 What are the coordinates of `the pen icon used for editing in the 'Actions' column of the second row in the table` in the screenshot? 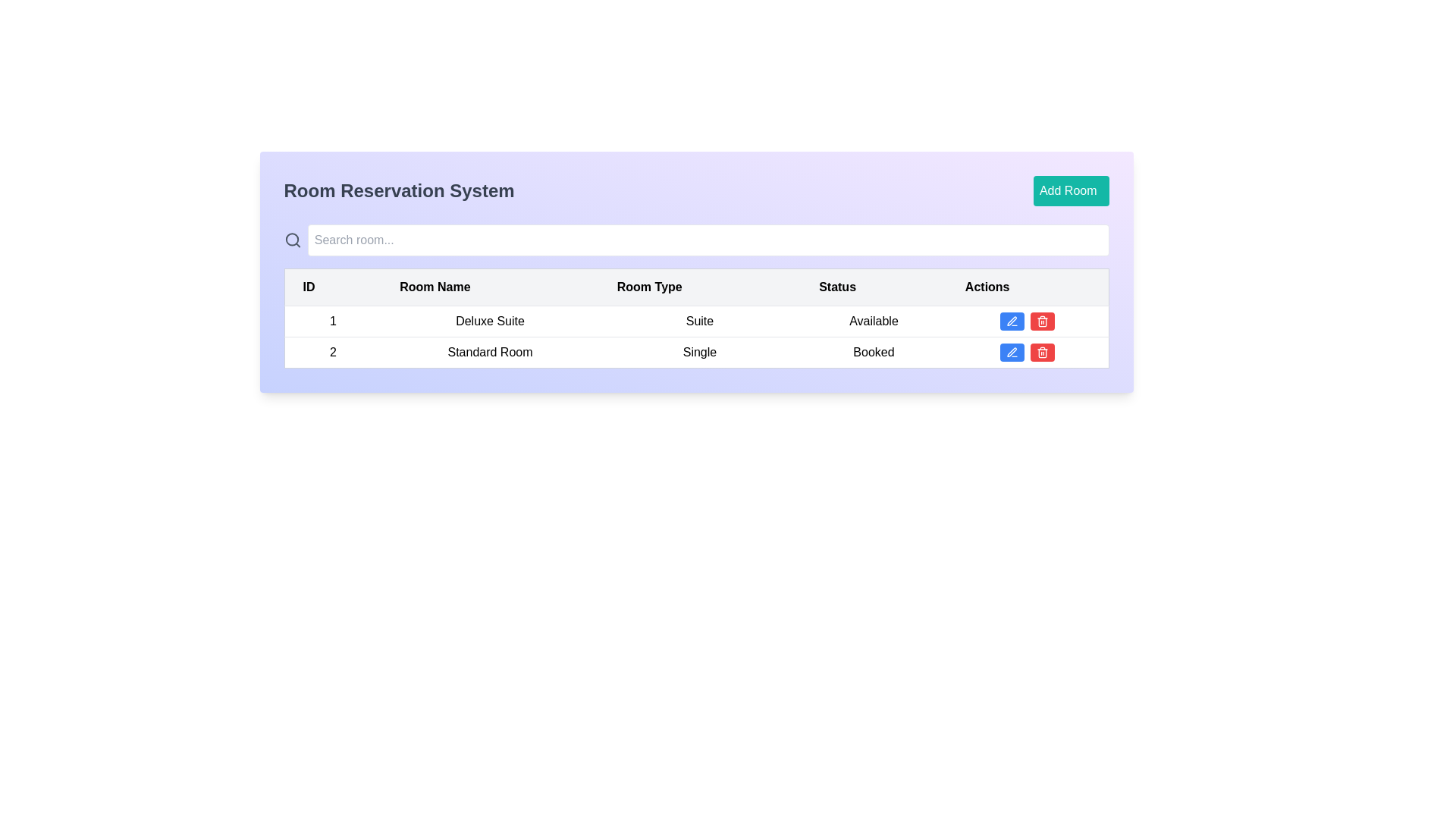 It's located at (1012, 320).